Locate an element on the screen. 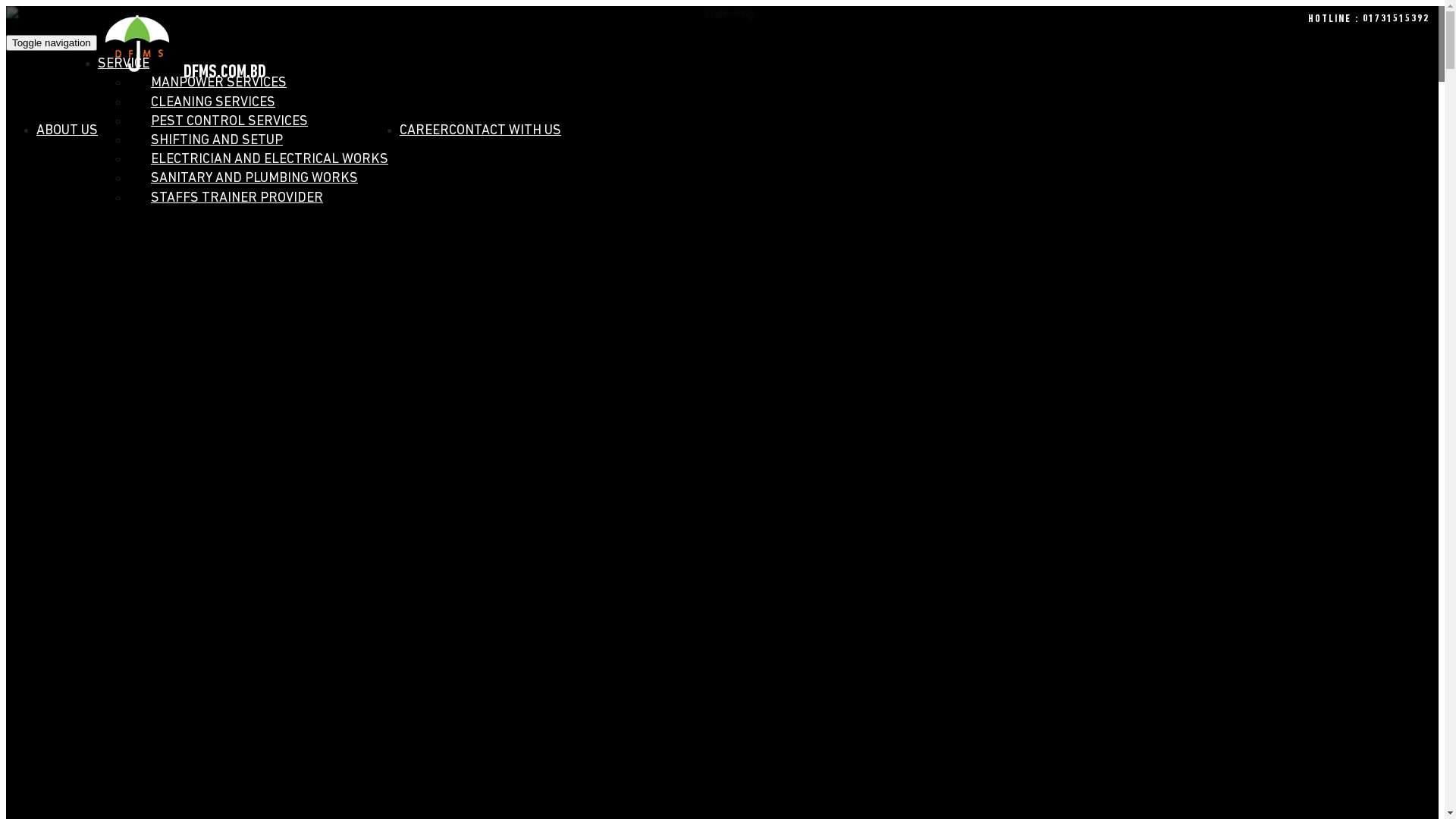 The height and width of the screenshot is (819, 1456). 'SANITARY AND PLUMBING WORKS' is located at coordinates (248, 177).